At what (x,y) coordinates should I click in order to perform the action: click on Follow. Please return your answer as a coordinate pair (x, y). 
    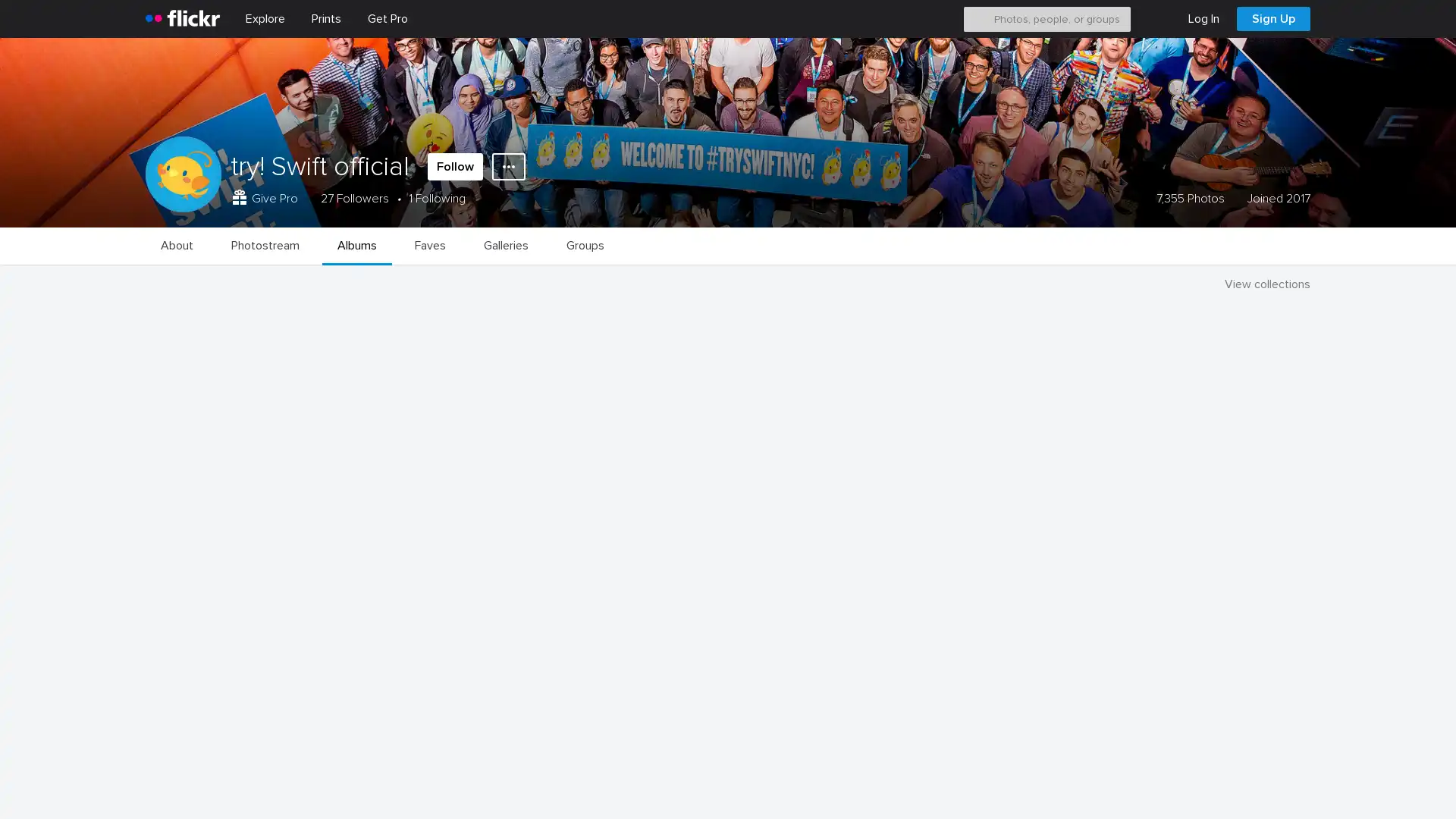
    Looking at the image, I should click on (454, 166).